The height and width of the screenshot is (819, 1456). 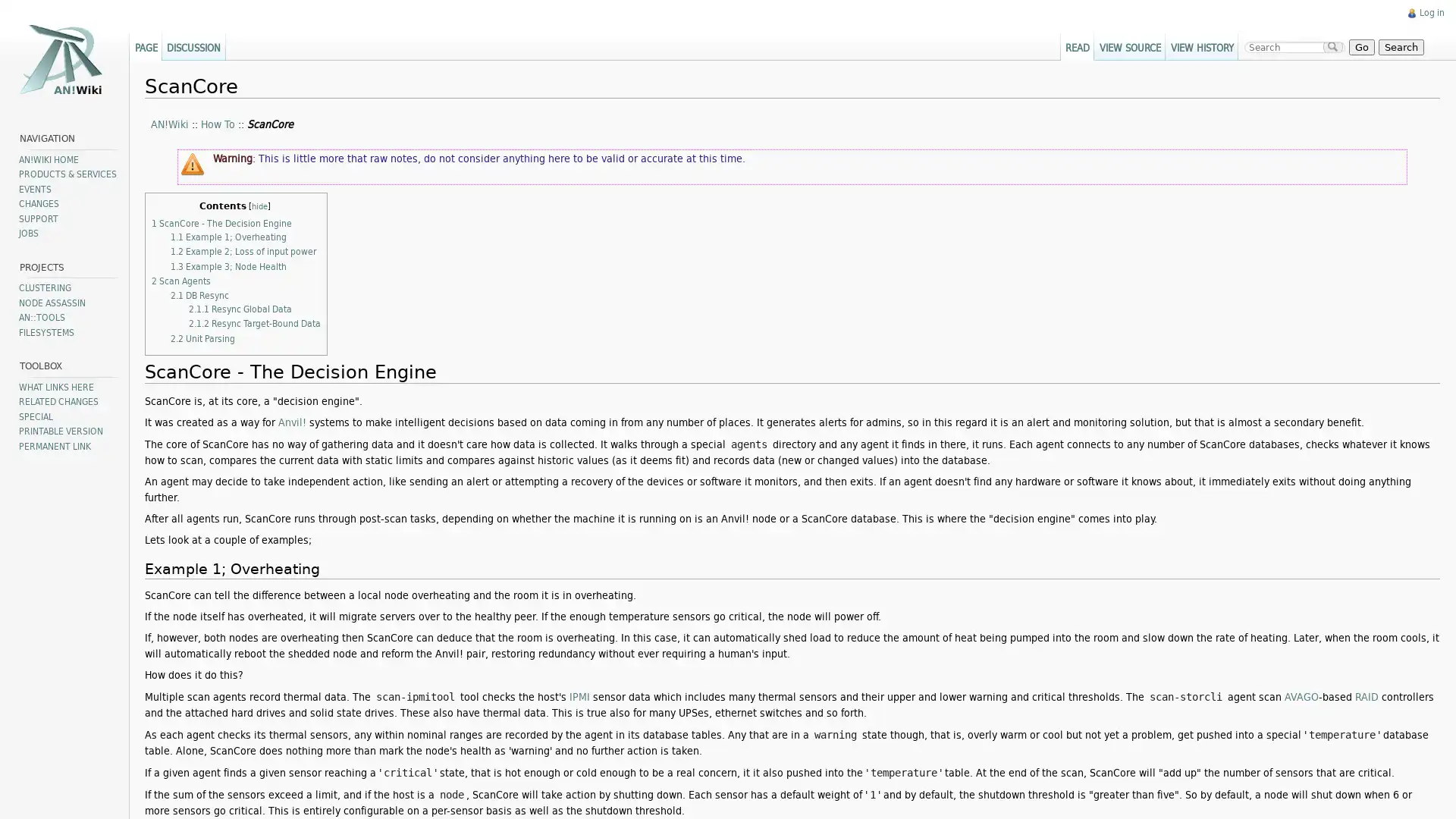 What do you see at coordinates (1398, 45) in the screenshot?
I see `Search` at bounding box center [1398, 45].